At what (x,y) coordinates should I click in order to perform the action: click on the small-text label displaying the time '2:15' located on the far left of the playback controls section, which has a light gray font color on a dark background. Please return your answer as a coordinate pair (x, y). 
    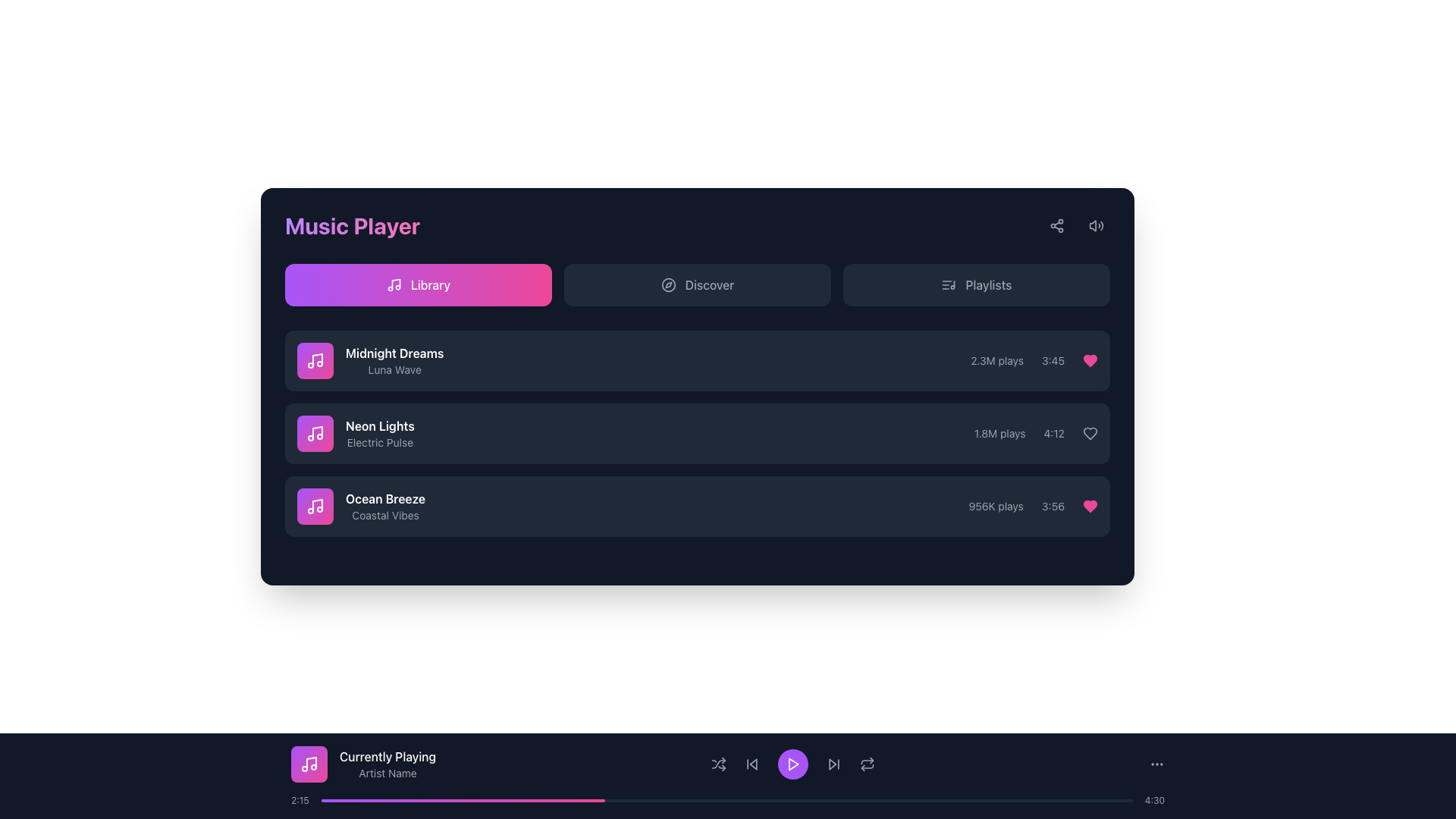
    Looking at the image, I should click on (300, 800).